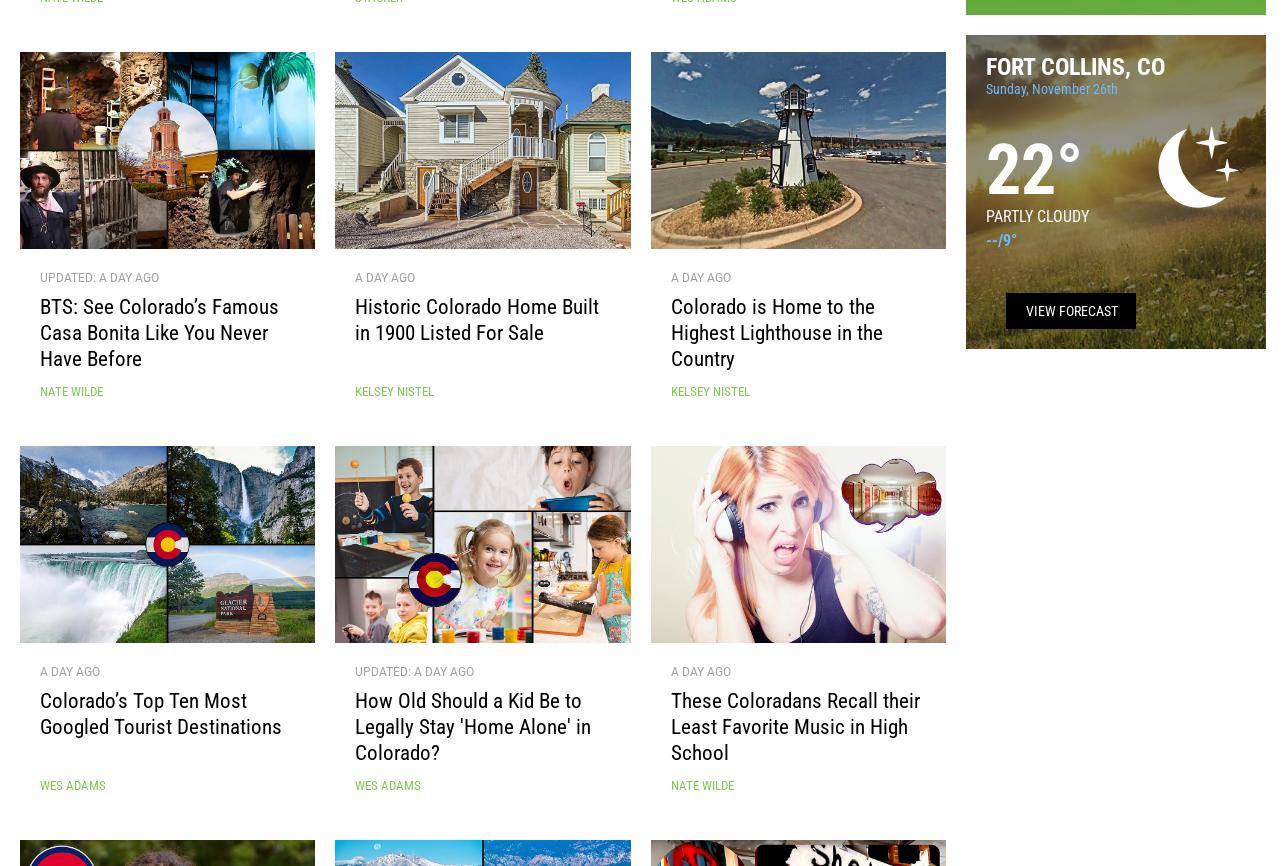  What do you see at coordinates (161, 720) in the screenshot?
I see `'Colorado’s Top Ten Most Googled Tourist Destinations'` at bounding box center [161, 720].